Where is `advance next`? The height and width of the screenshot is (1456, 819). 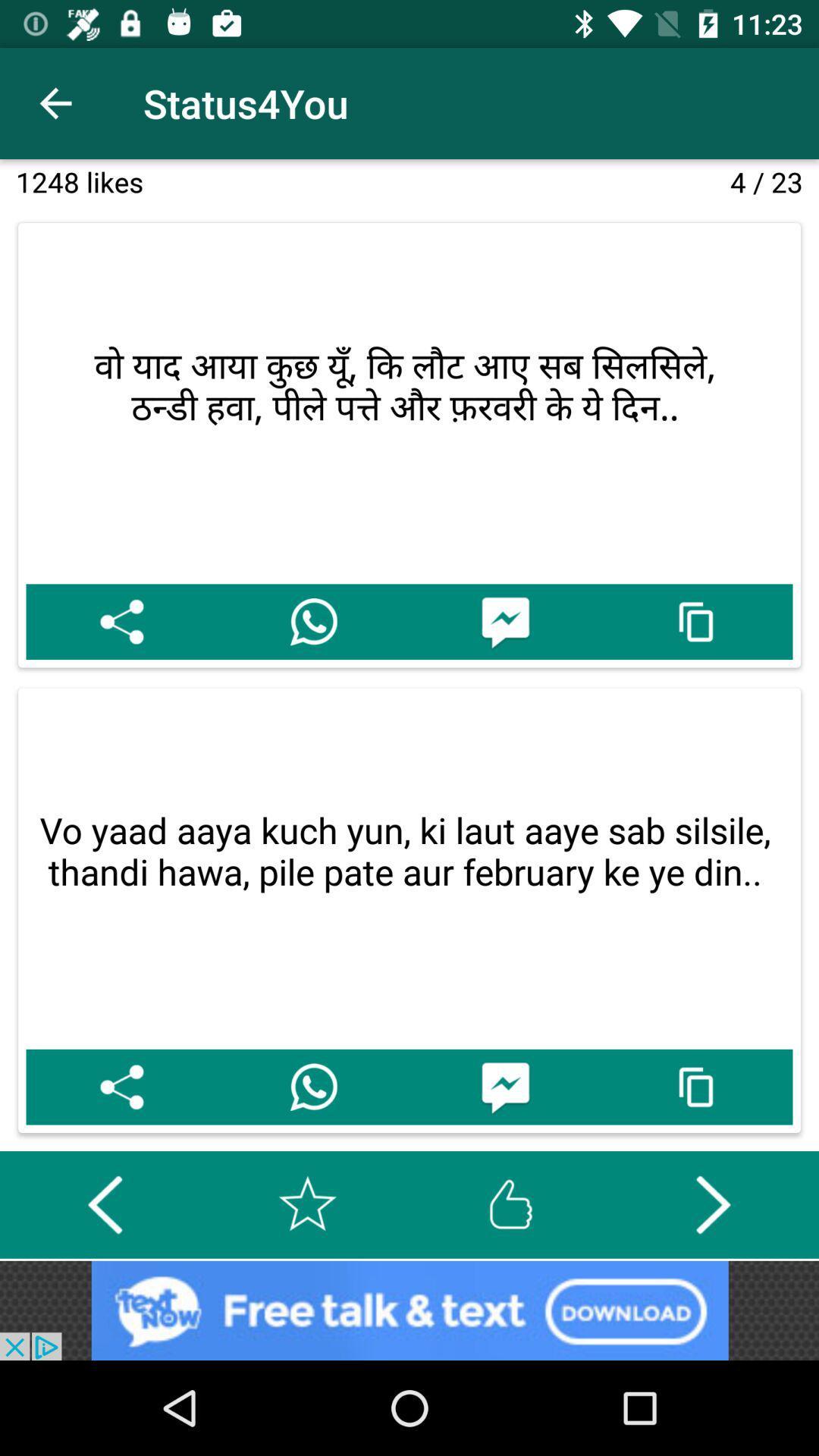 advance next is located at coordinates (713, 1203).